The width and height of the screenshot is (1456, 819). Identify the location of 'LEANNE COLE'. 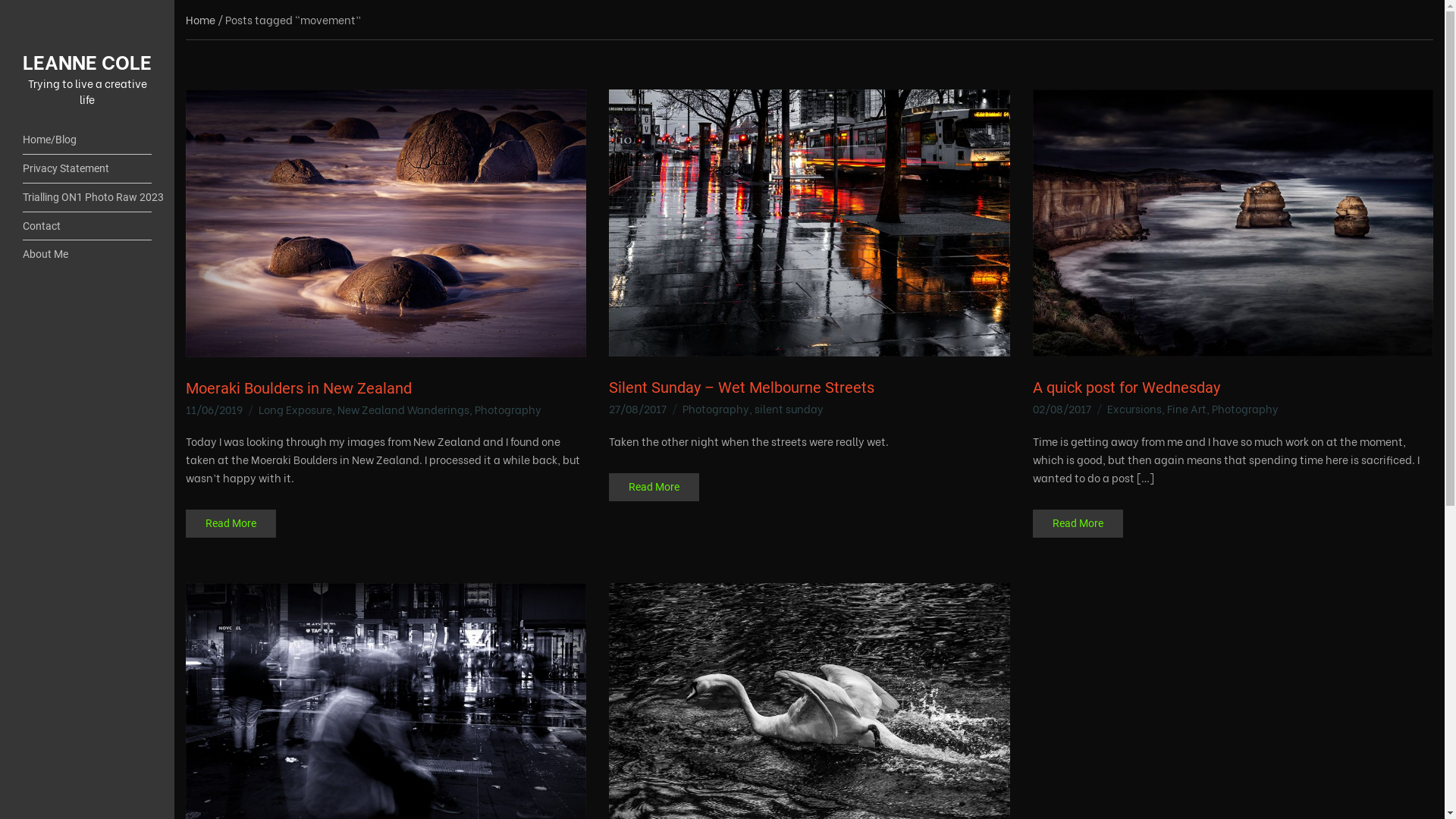
(86, 60).